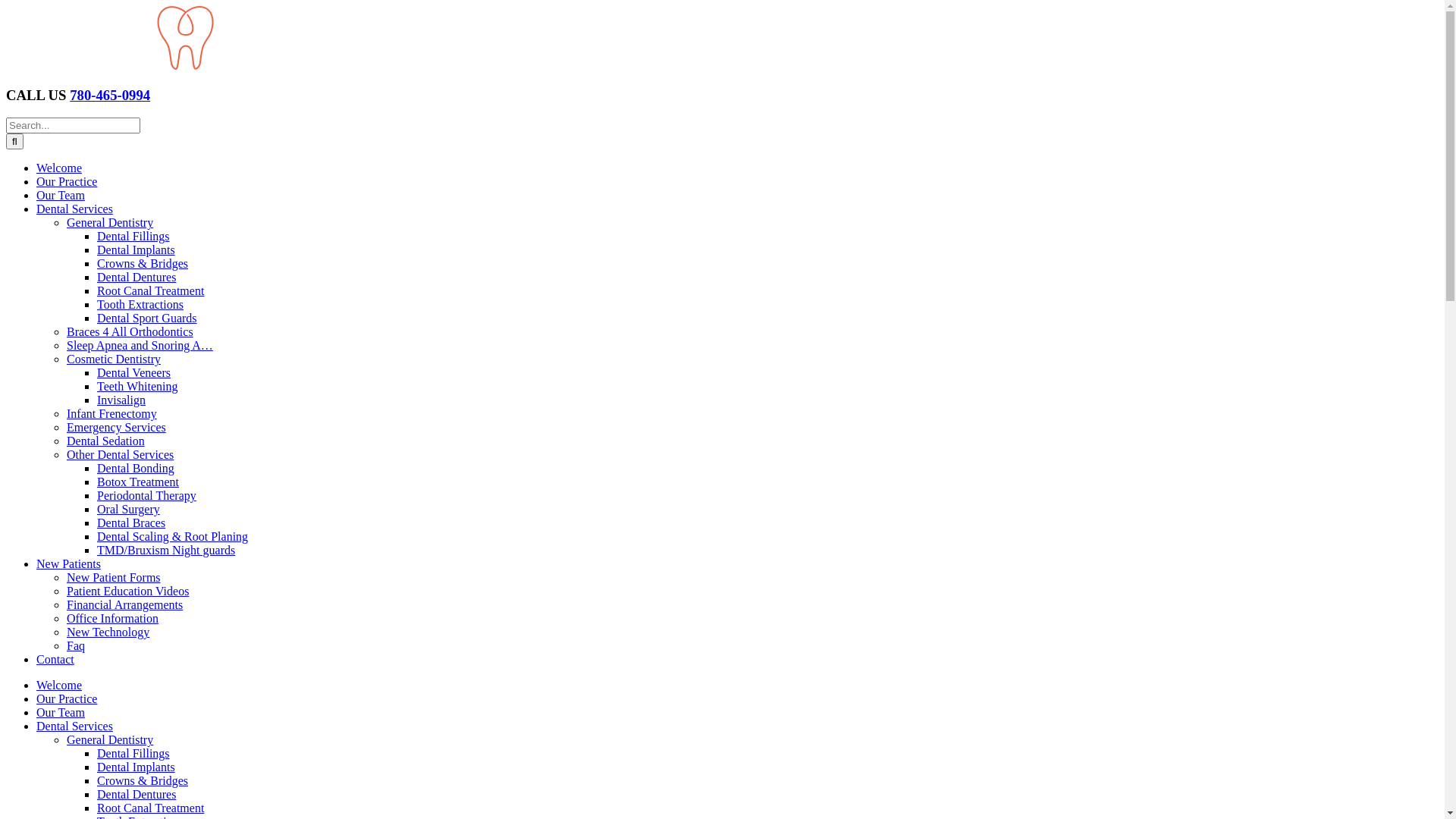 Image resolution: width=1456 pixels, height=819 pixels. I want to click on 'Dental Bonding', so click(96, 467).